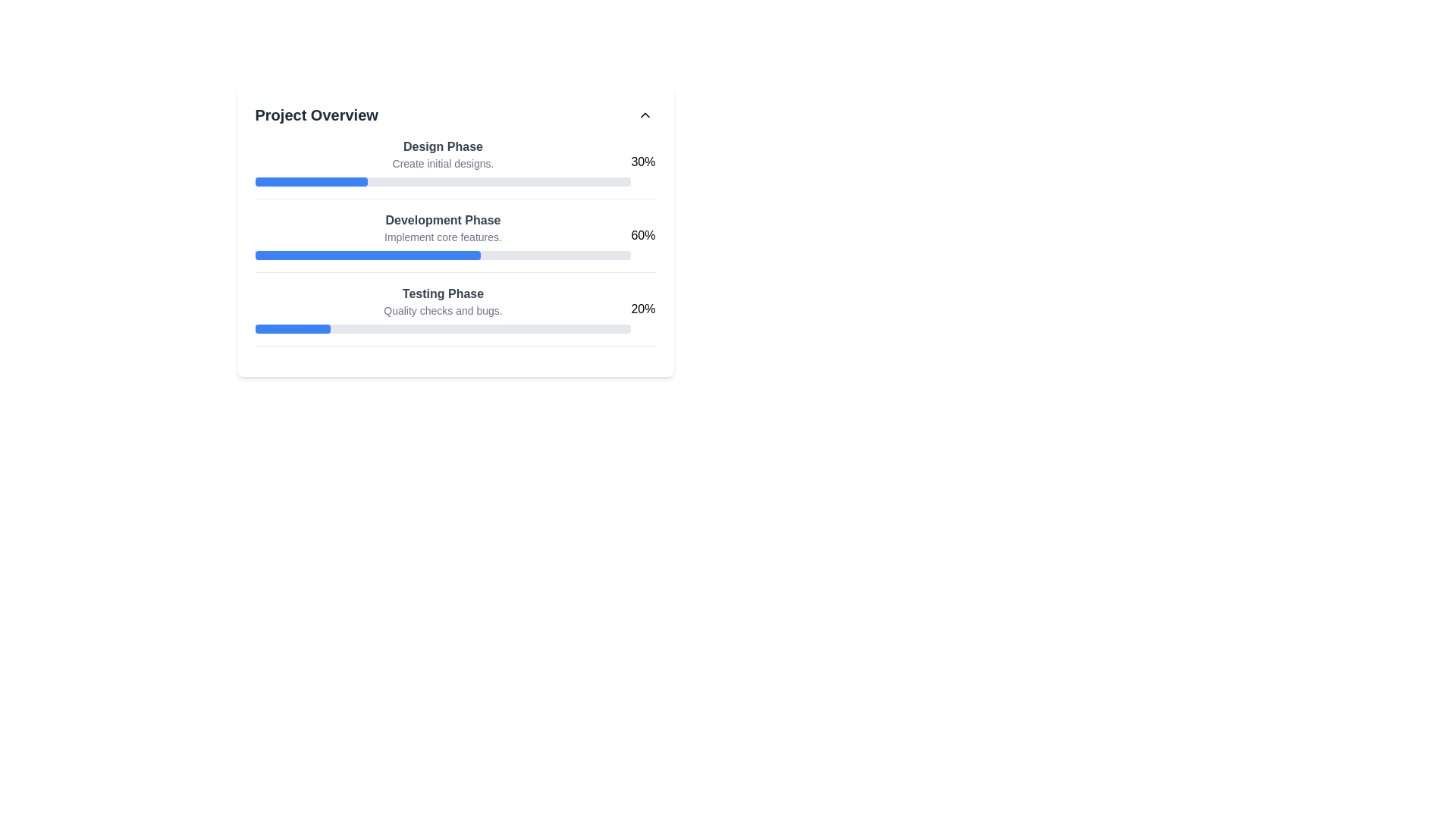 Image resolution: width=1456 pixels, height=819 pixels. Describe the element at coordinates (442, 180) in the screenshot. I see `the progress bar that indicates the completion status of the 'Design Phase' in the project overview` at that location.